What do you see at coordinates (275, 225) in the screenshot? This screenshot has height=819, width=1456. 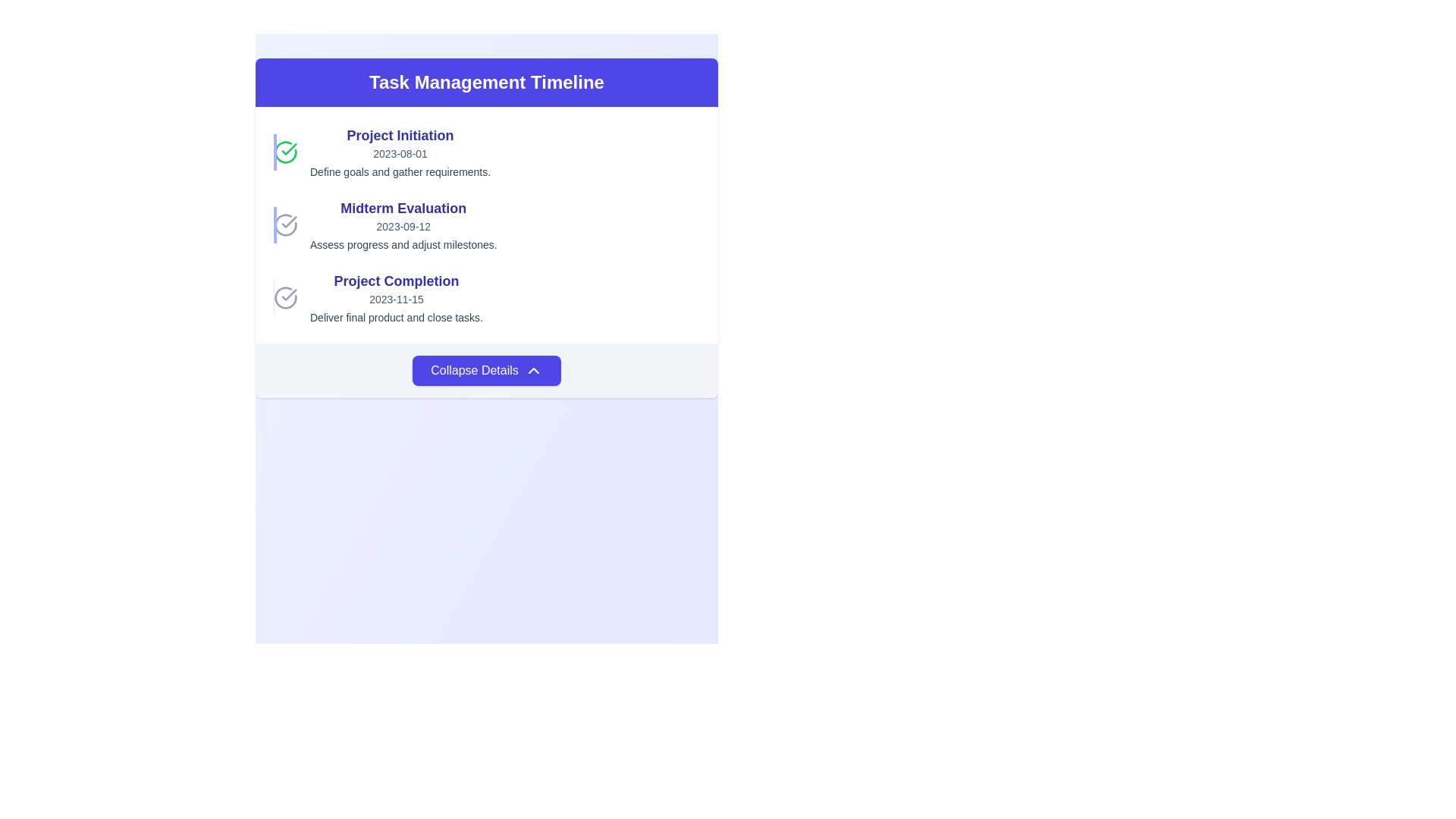 I see `the vertical decorative line located to the immediate left of the text 'Midterm Evaluation', which serves to visually organize the section` at bounding box center [275, 225].